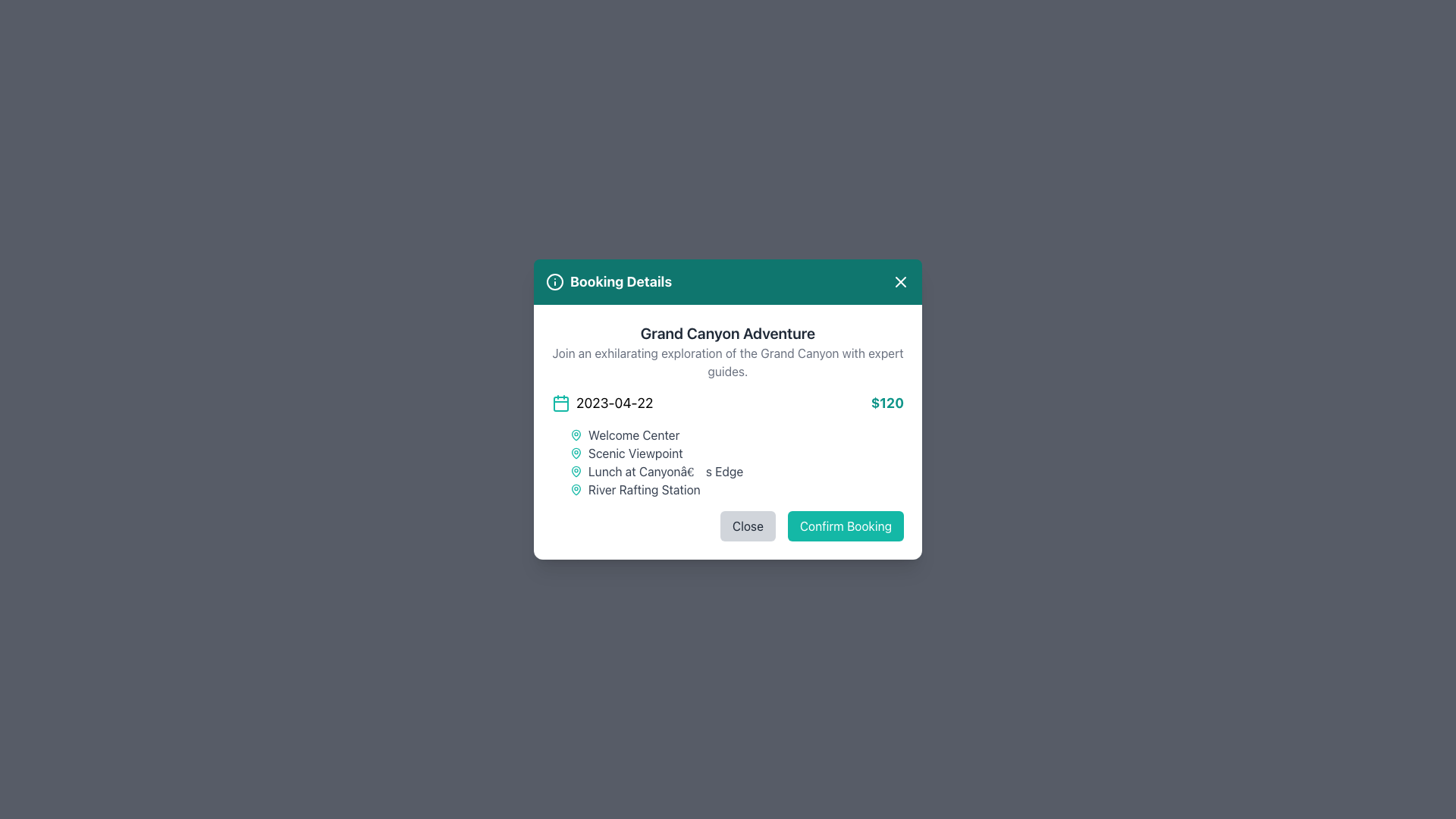 Image resolution: width=1456 pixels, height=819 pixels. What do you see at coordinates (887, 403) in the screenshot?
I see `the text element displaying '$120' in bold teal font, located in the upper-right section of the modal dialog` at bounding box center [887, 403].